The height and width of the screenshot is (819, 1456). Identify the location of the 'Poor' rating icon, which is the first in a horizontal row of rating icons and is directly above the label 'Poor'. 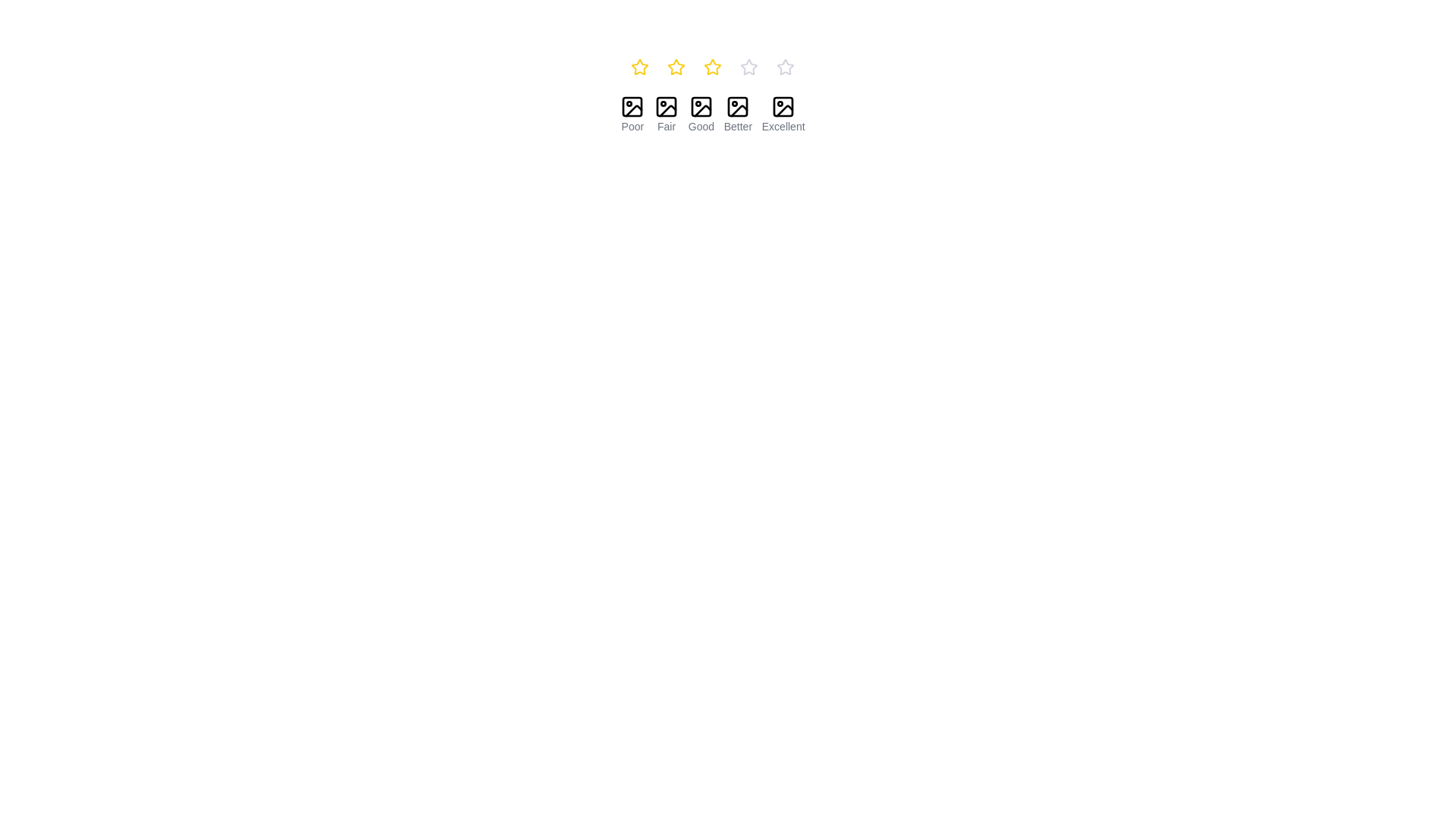
(632, 106).